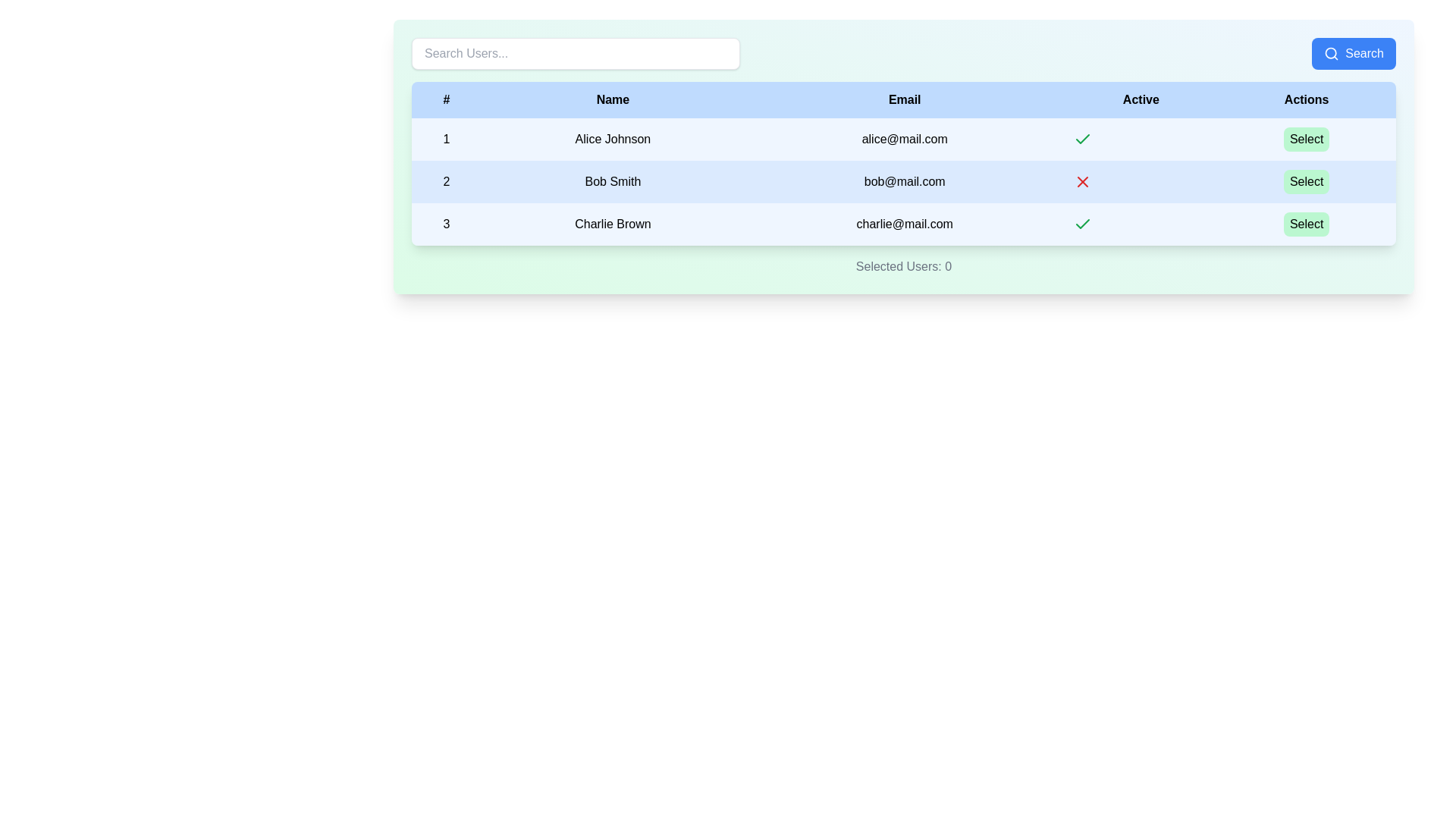 This screenshot has width=1456, height=819. I want to click on the checkmark icon indicating that the user 'charlie@mail.com' is active, located in the 'Active' column of the bottom-most row in the table, to the left of the 'Select' button, so click(1082, 224).